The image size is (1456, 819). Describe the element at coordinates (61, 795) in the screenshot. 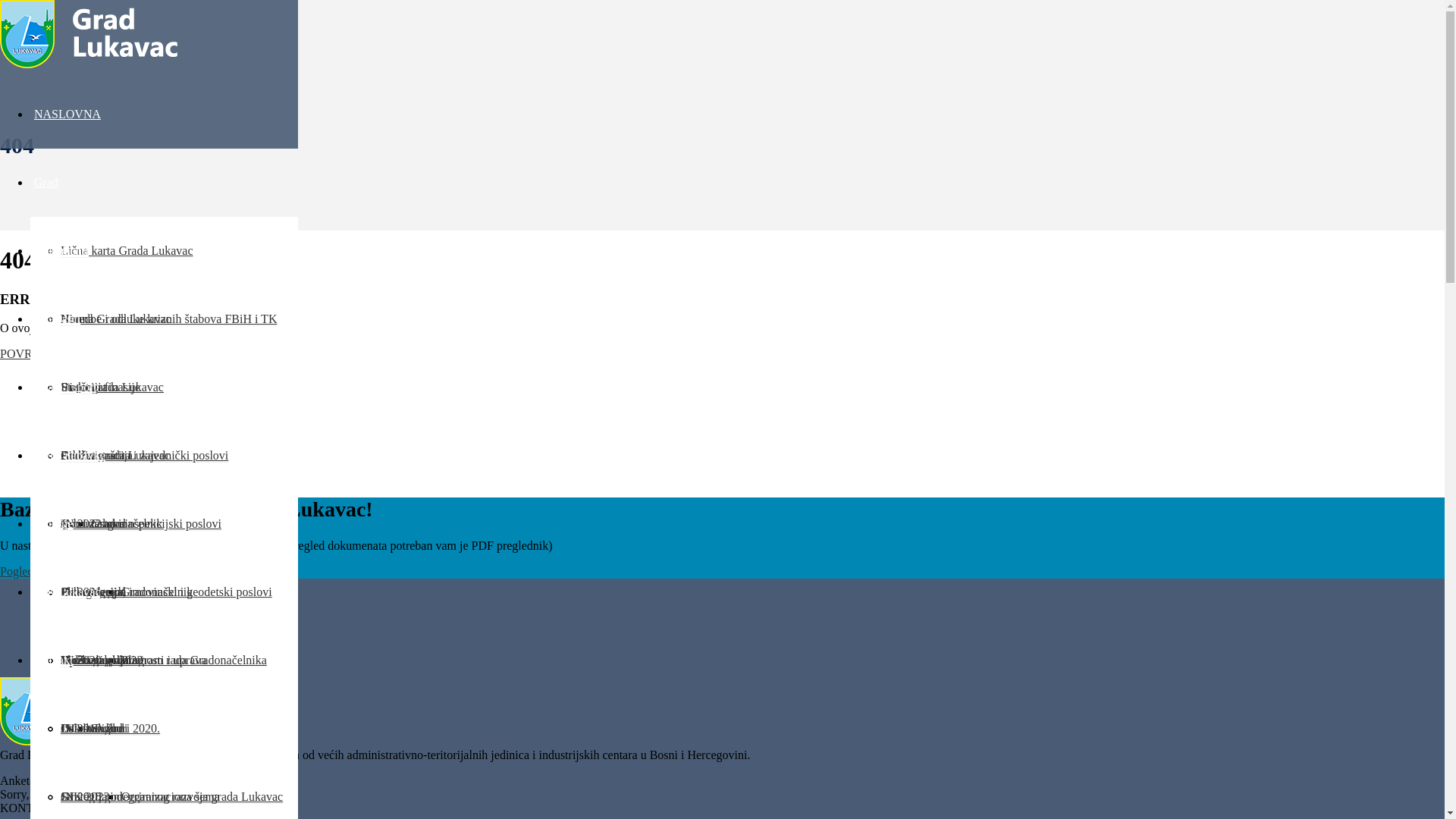

I see `'GIK 2023'` at that location.